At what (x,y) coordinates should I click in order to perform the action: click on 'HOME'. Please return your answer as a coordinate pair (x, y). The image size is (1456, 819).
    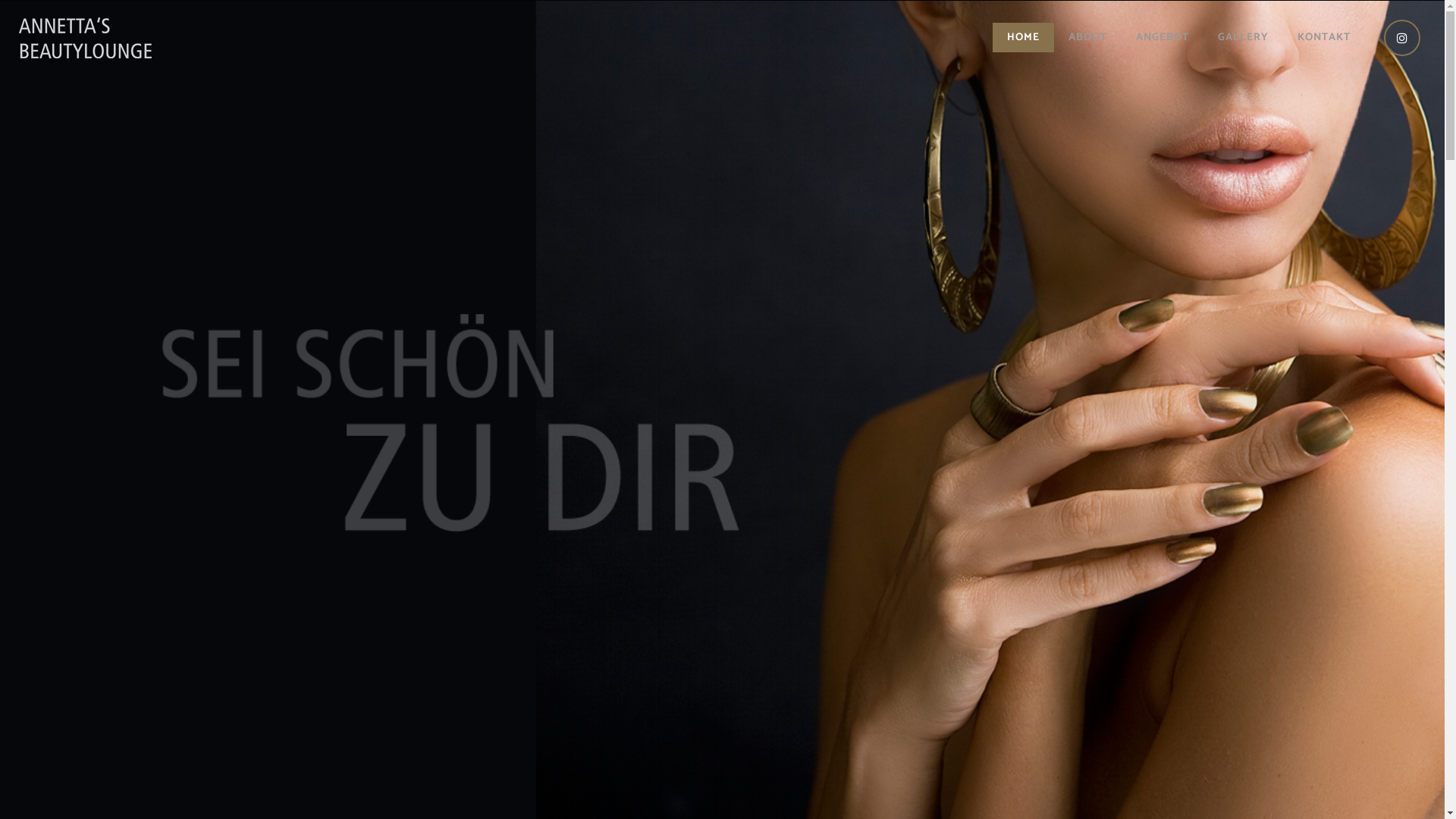
    Looking at the image, I should click on (1023, 37).